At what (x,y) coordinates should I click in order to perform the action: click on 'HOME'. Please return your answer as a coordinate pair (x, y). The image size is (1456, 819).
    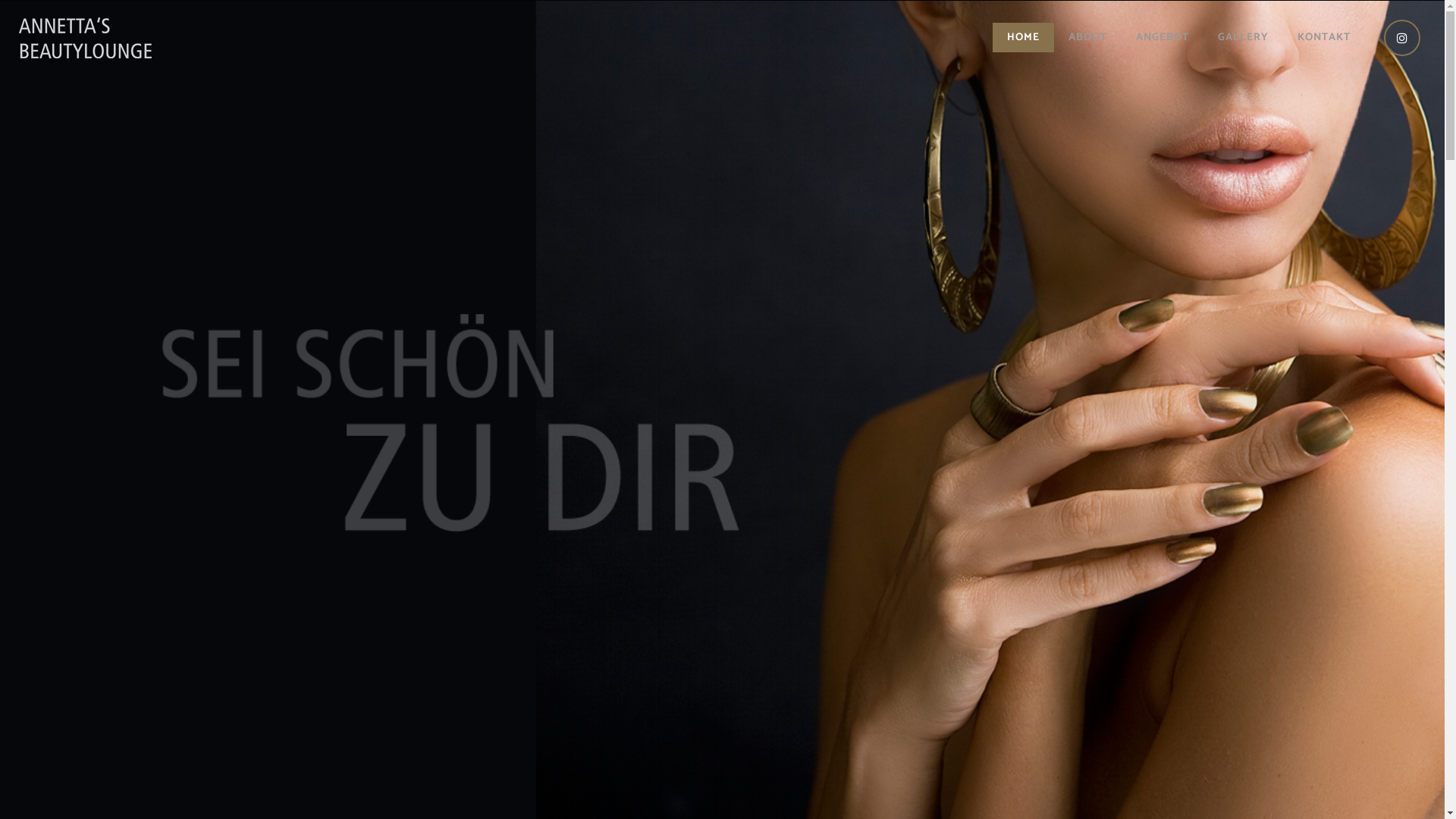
    Looking at the image, I should click on (1023, 37).